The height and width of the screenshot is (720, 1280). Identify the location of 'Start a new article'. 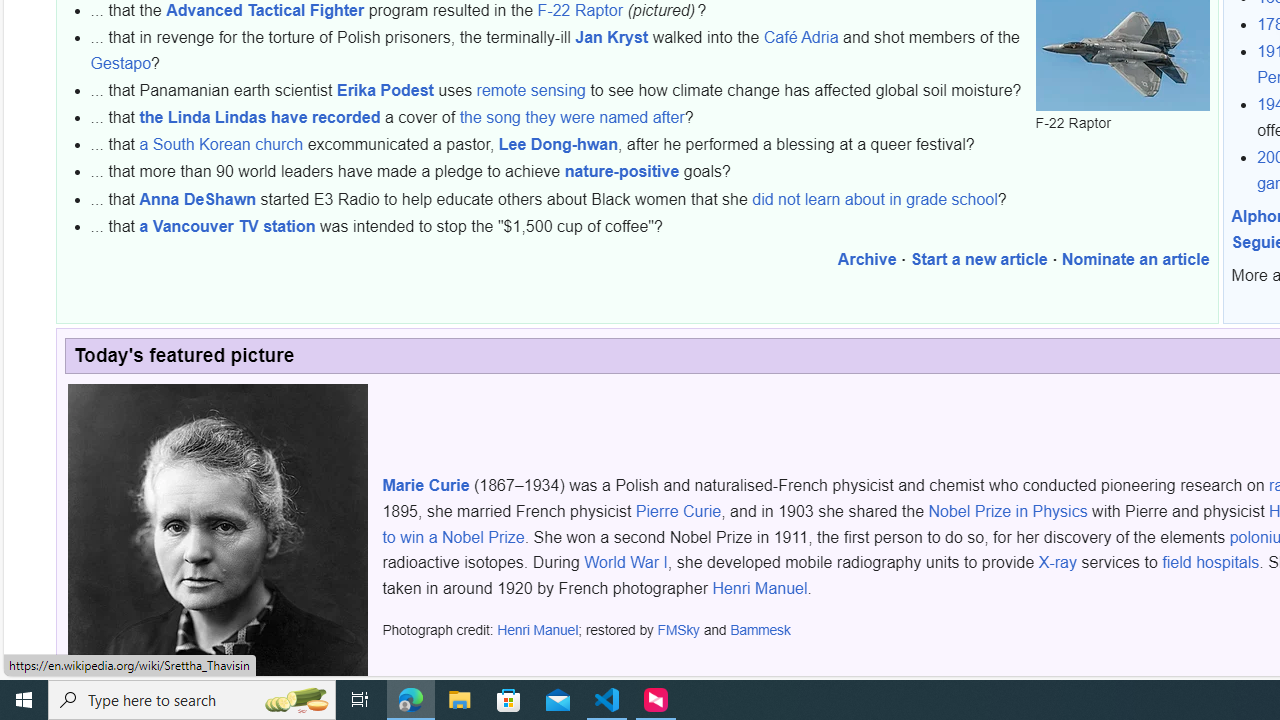
(979, 259).